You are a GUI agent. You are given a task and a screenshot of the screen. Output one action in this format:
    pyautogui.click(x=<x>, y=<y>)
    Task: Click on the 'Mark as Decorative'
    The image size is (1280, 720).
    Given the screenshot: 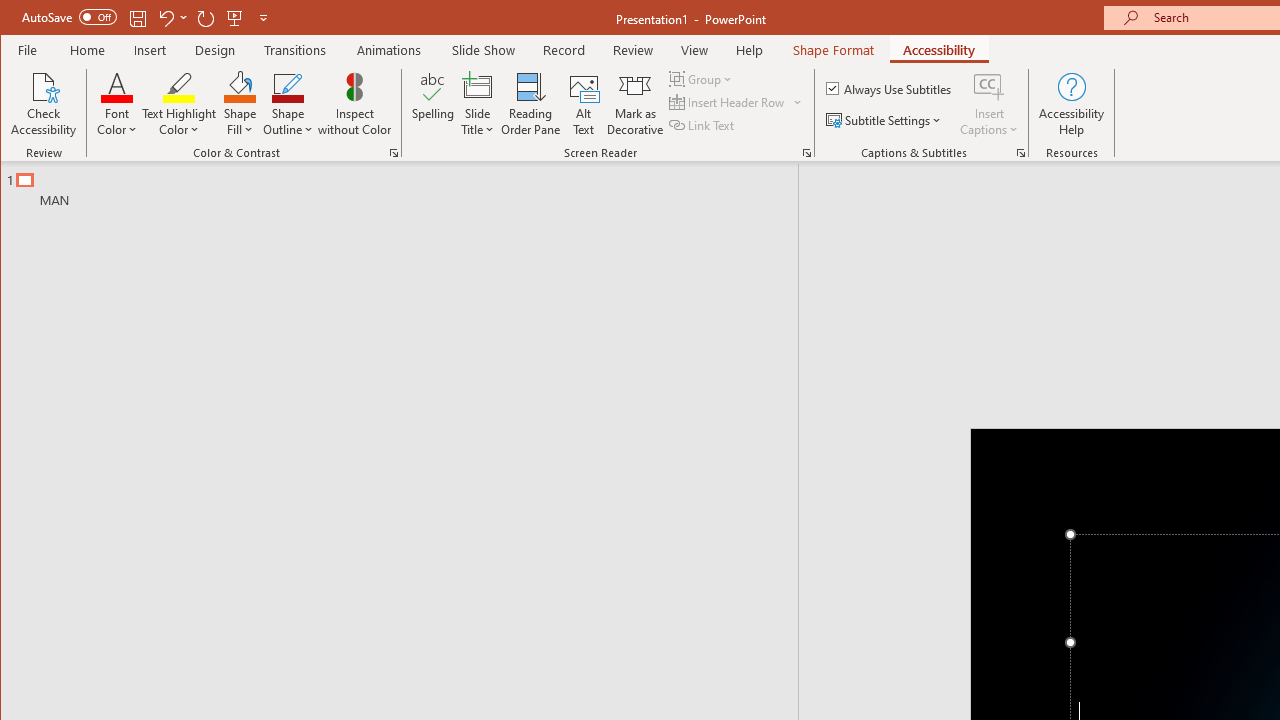 What is the action you would take?
    pyautogui.click(x=634, y=104)
    